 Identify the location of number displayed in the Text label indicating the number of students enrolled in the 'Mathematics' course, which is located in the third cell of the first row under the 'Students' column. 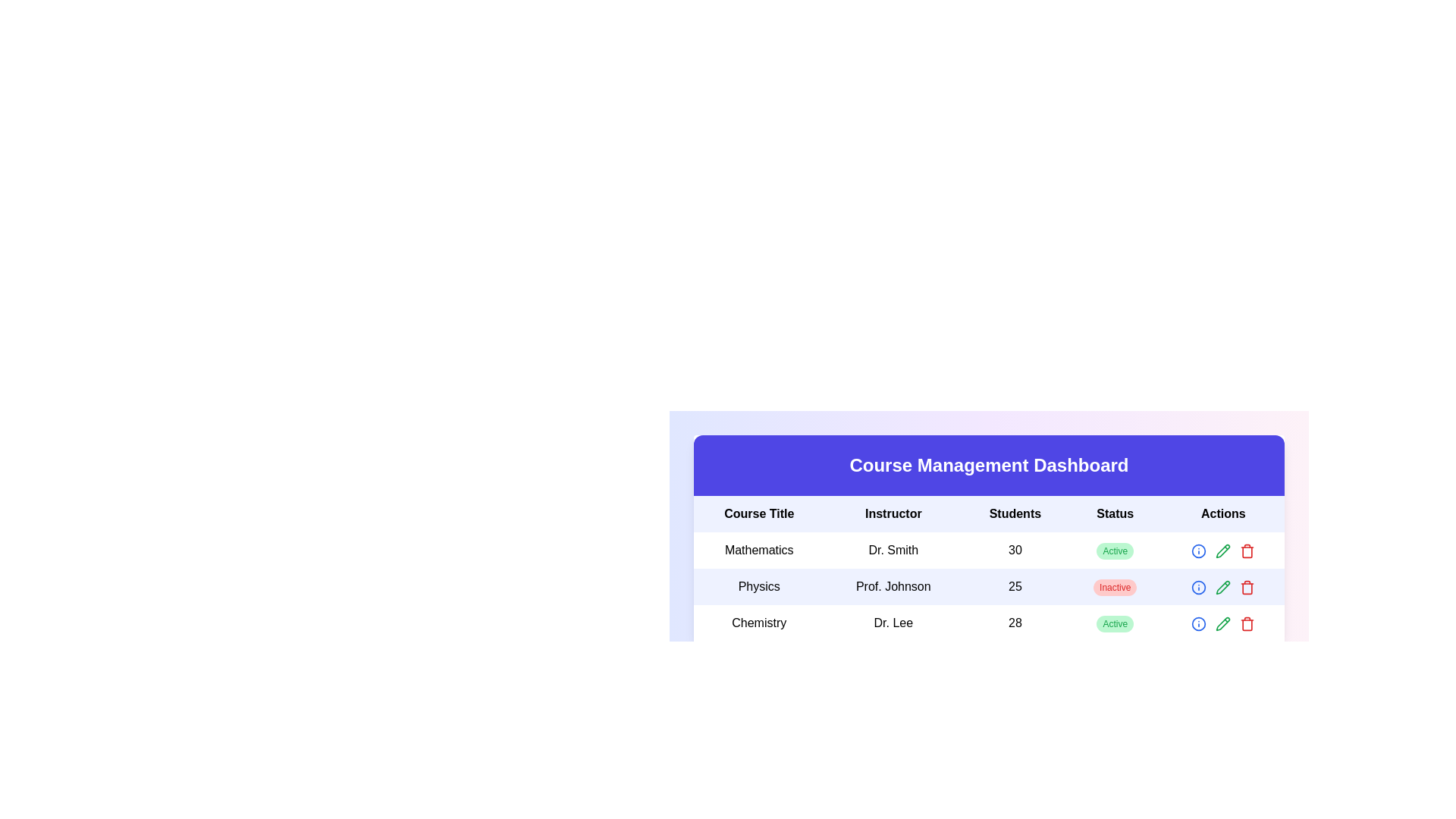
(1015, 550).